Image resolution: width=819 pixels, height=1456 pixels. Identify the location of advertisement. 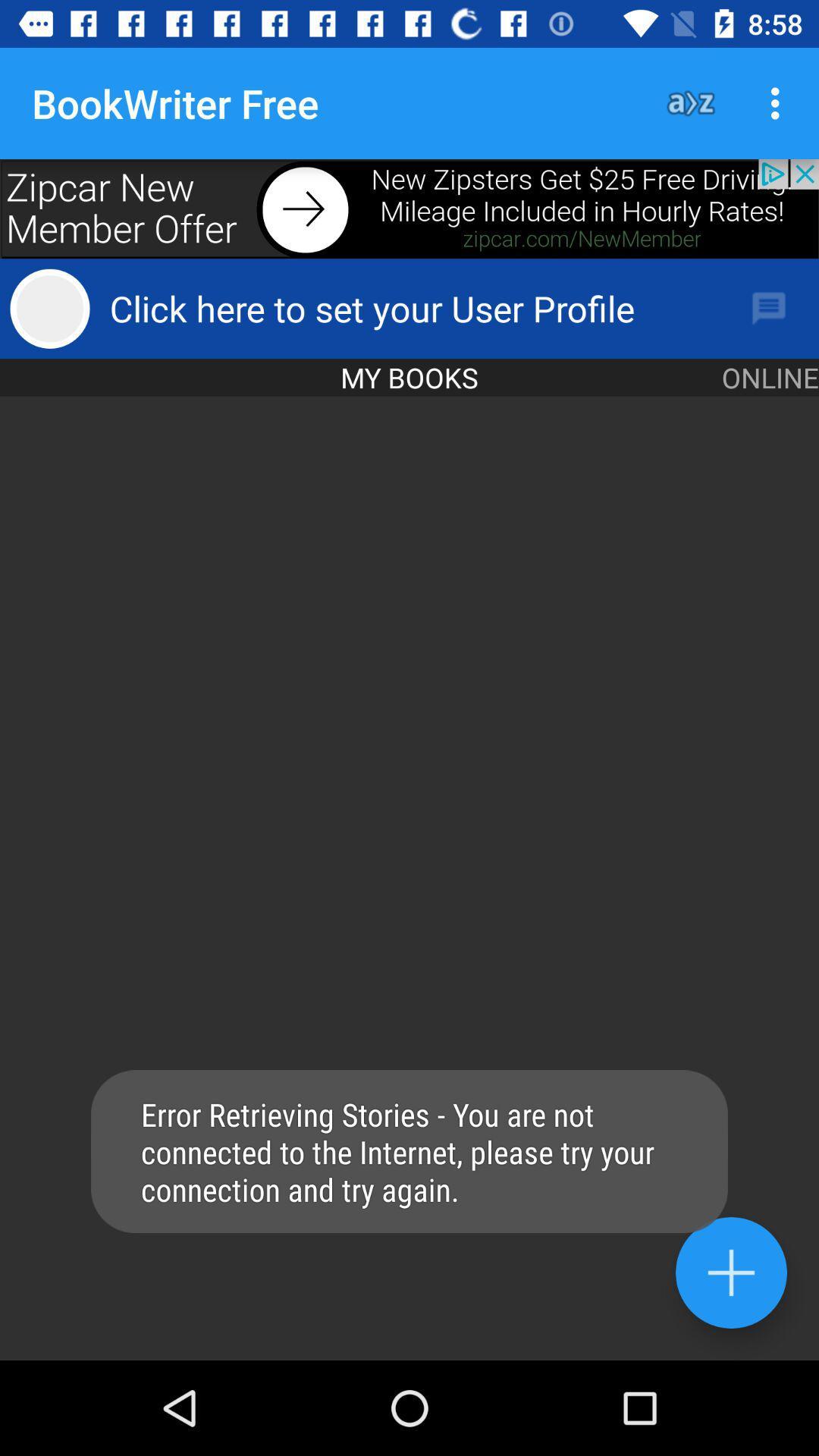
(409, 208).